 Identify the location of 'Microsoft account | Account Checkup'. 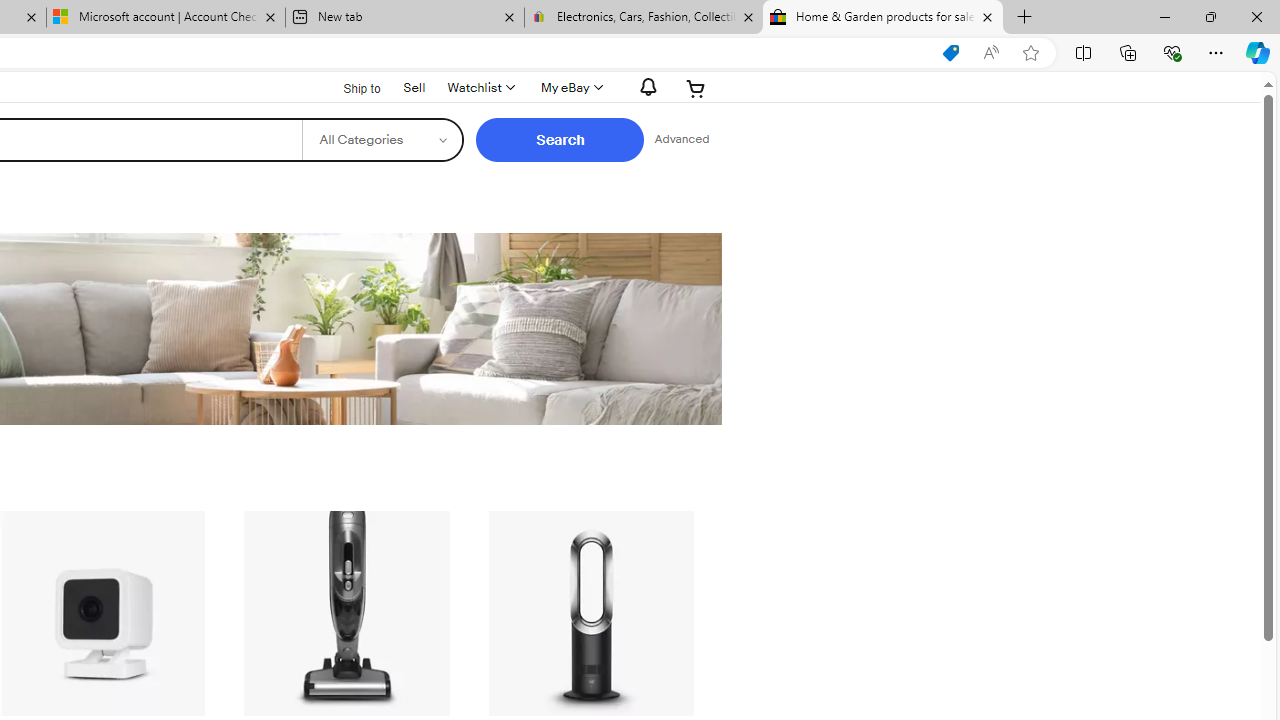
(166, 17).